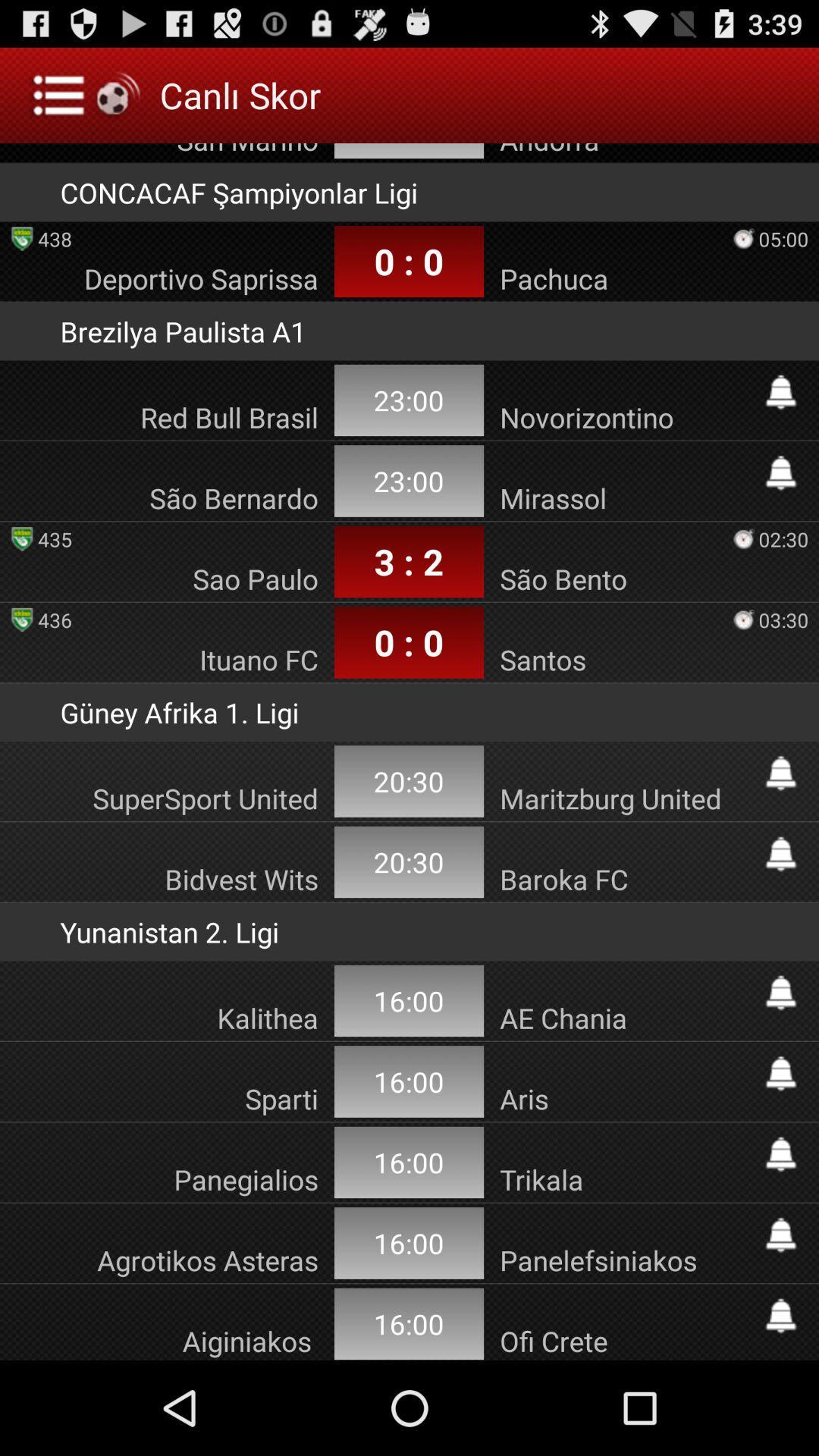 The height and width of the screenshot is (1456, 819). Describe the element at coordinates (780, 993) in the screenshot. I see `notification` at that location.